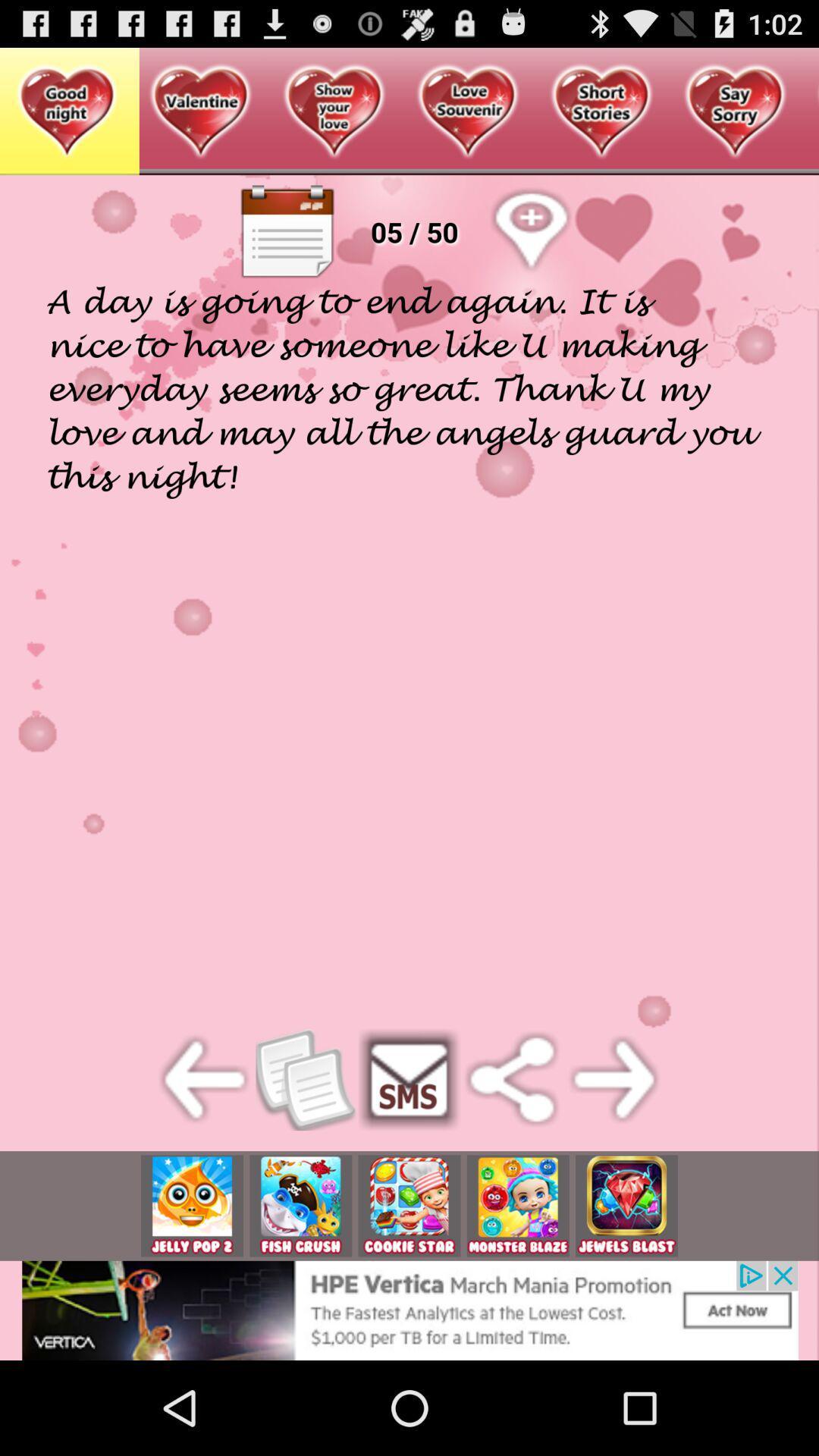 This screenshot has height=1456, width=819. Describe the element at coordinates (300, 1205) in the screenshot. I see `advertisement` at that location.